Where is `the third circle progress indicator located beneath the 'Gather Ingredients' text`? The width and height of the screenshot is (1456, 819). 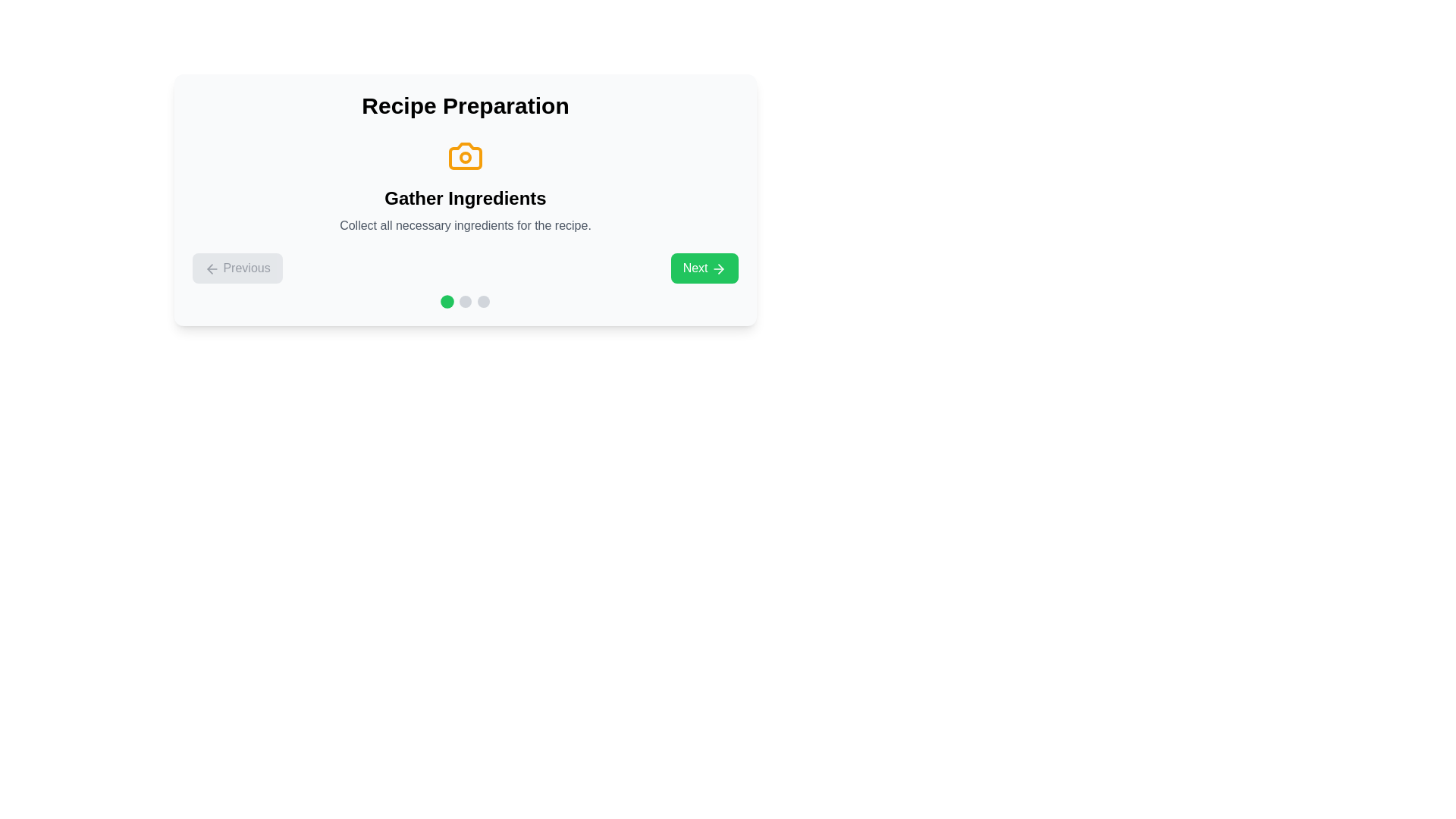
the third circle progress indicator located beneath the 'Gather Ingredients' text is located at coordinates (483, 301).